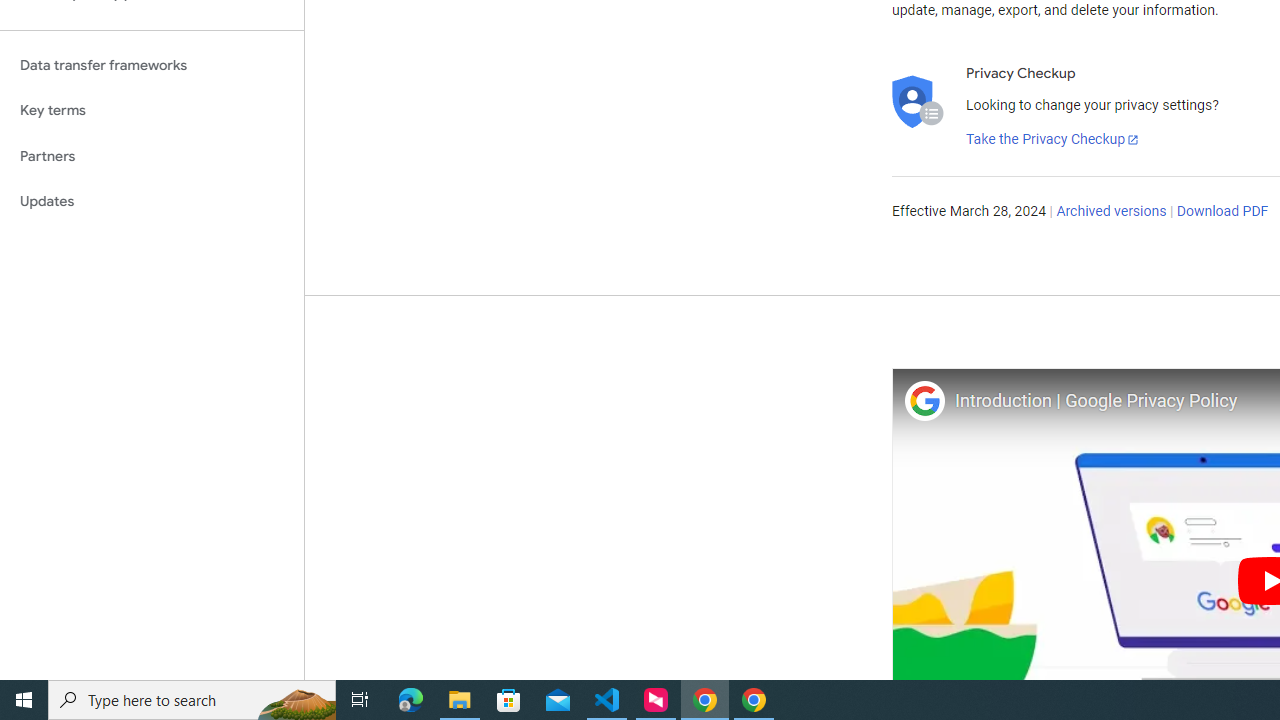 This screenshot has width=1280, height=720. What do you see at coordinates (151, 64) in the screenshot?
I see `'Data transfer frameworks'` at bounding box center [151, 64].